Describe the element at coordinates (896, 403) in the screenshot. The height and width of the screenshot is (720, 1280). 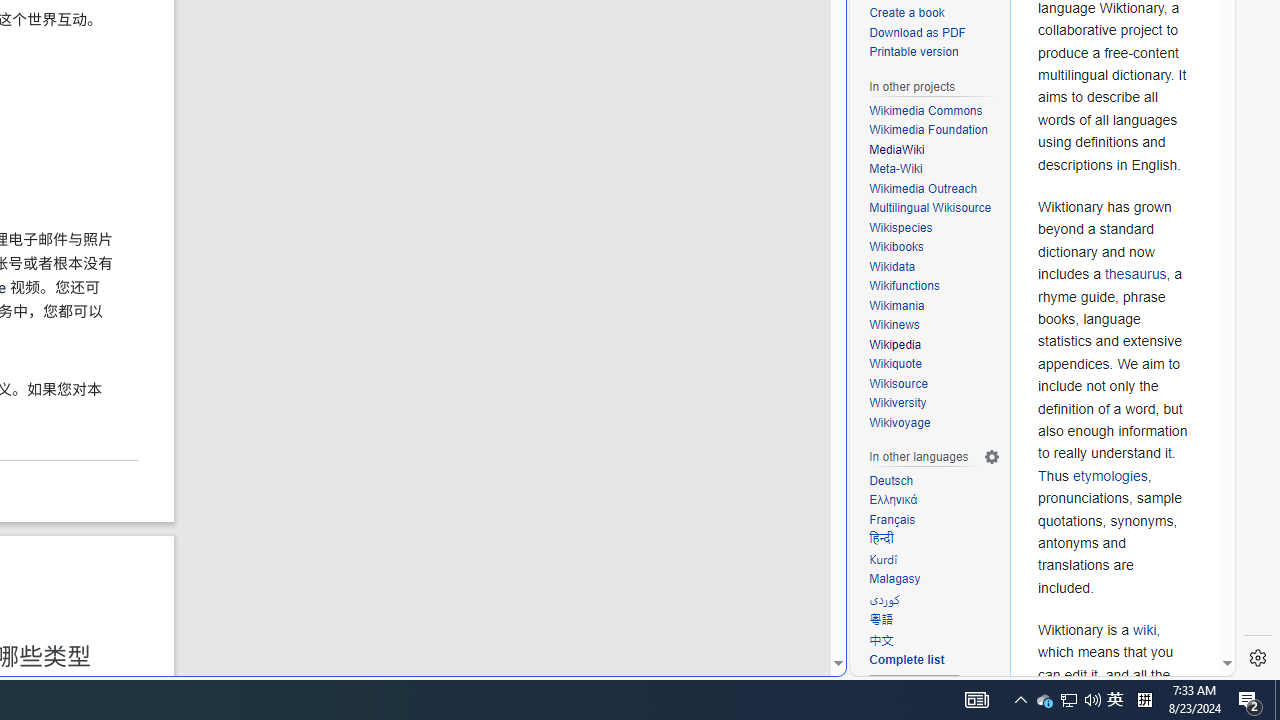
I see `'Wikiversity'` at that location.